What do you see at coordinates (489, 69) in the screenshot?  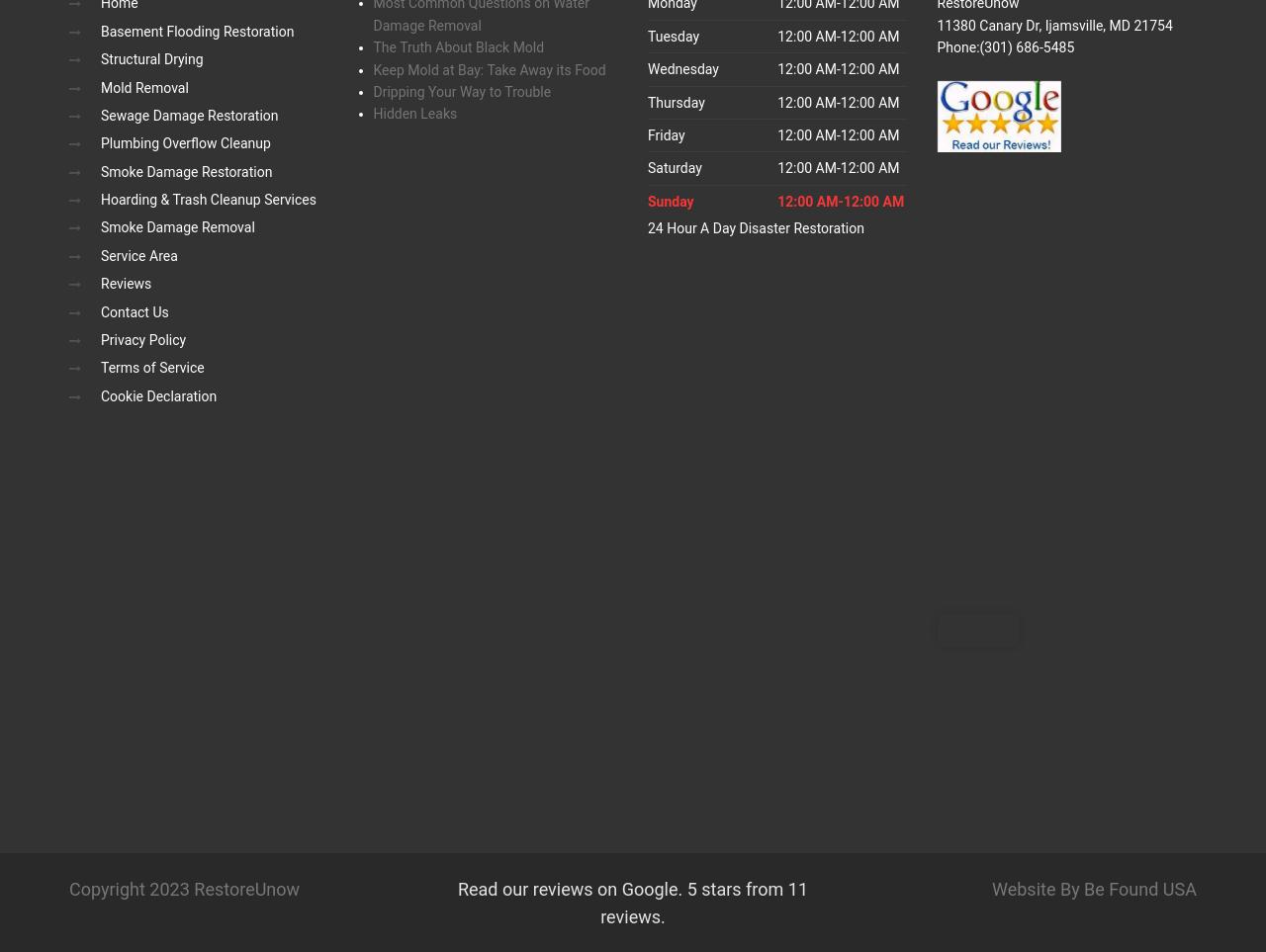 I see `'Keep Mold at Bay: Take Away its Food'` at bounding box center [489, 69].